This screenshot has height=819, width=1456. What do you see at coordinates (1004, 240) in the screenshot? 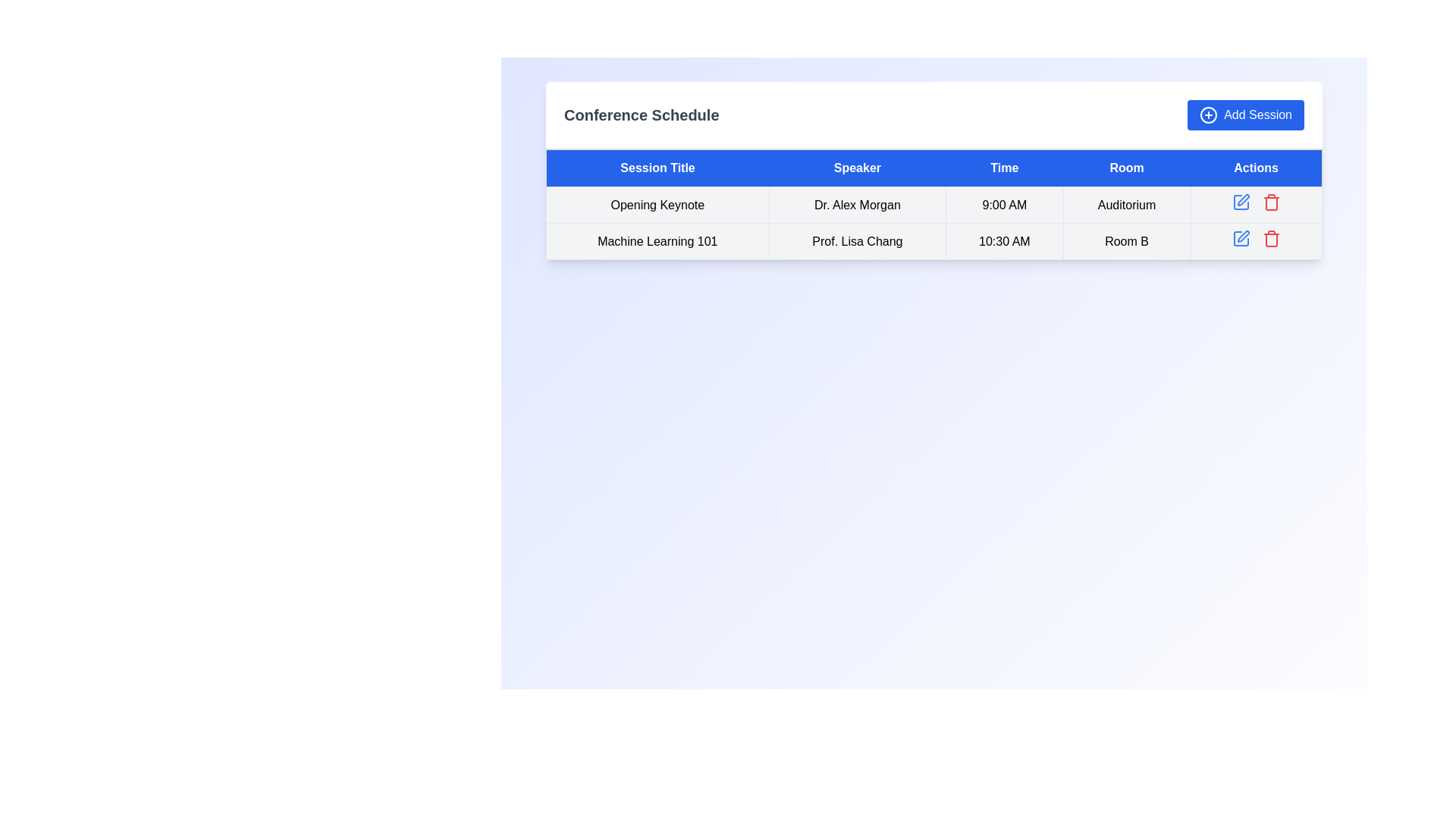
I see `the text label that provides time information for the associated session in the table, located in the second row under the 'Time' column` at bounding box center [1004, 240].